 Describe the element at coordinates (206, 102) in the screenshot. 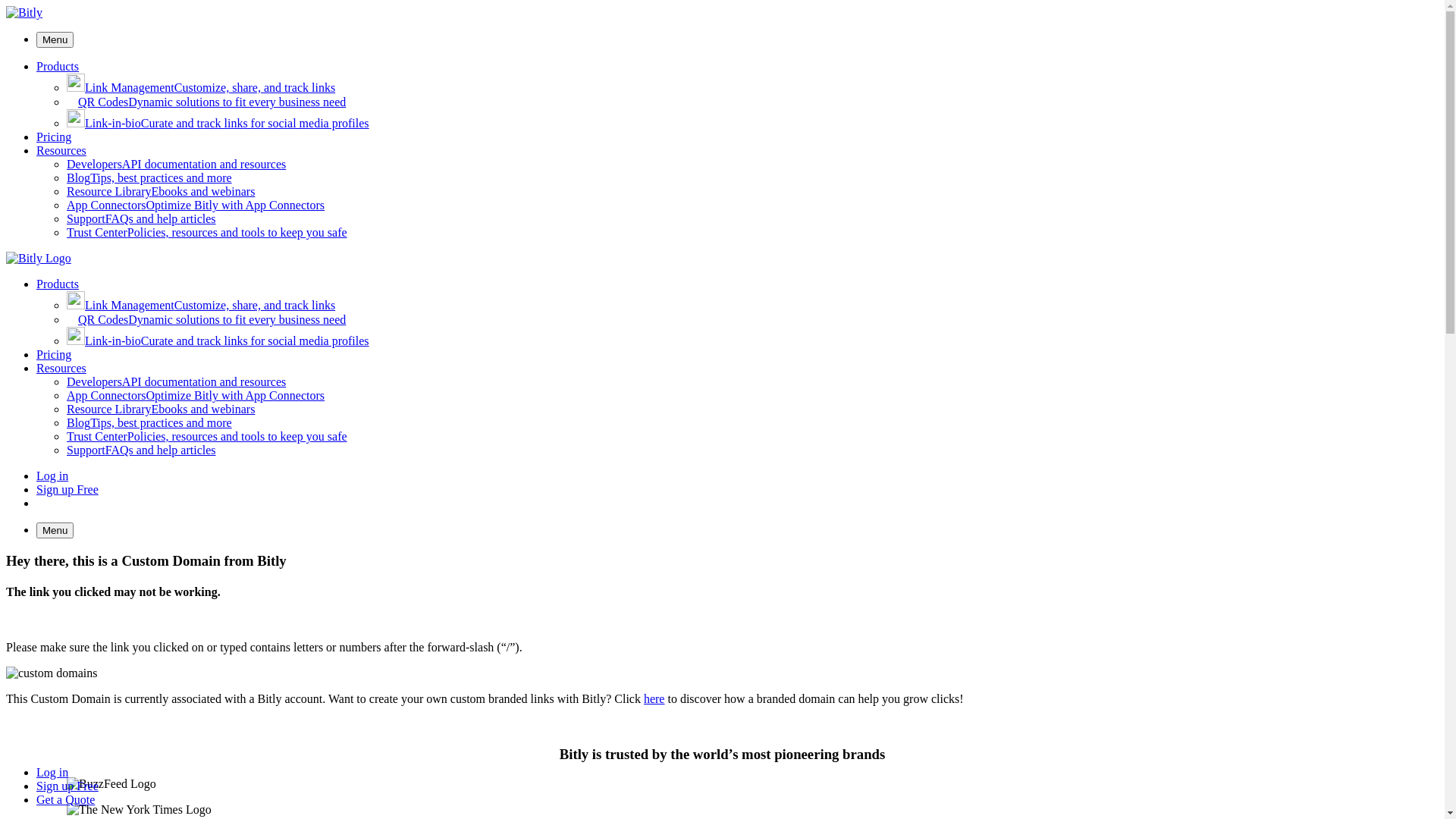

I see `'QR CodesDynamic solutions to fit every business need'` at that location.